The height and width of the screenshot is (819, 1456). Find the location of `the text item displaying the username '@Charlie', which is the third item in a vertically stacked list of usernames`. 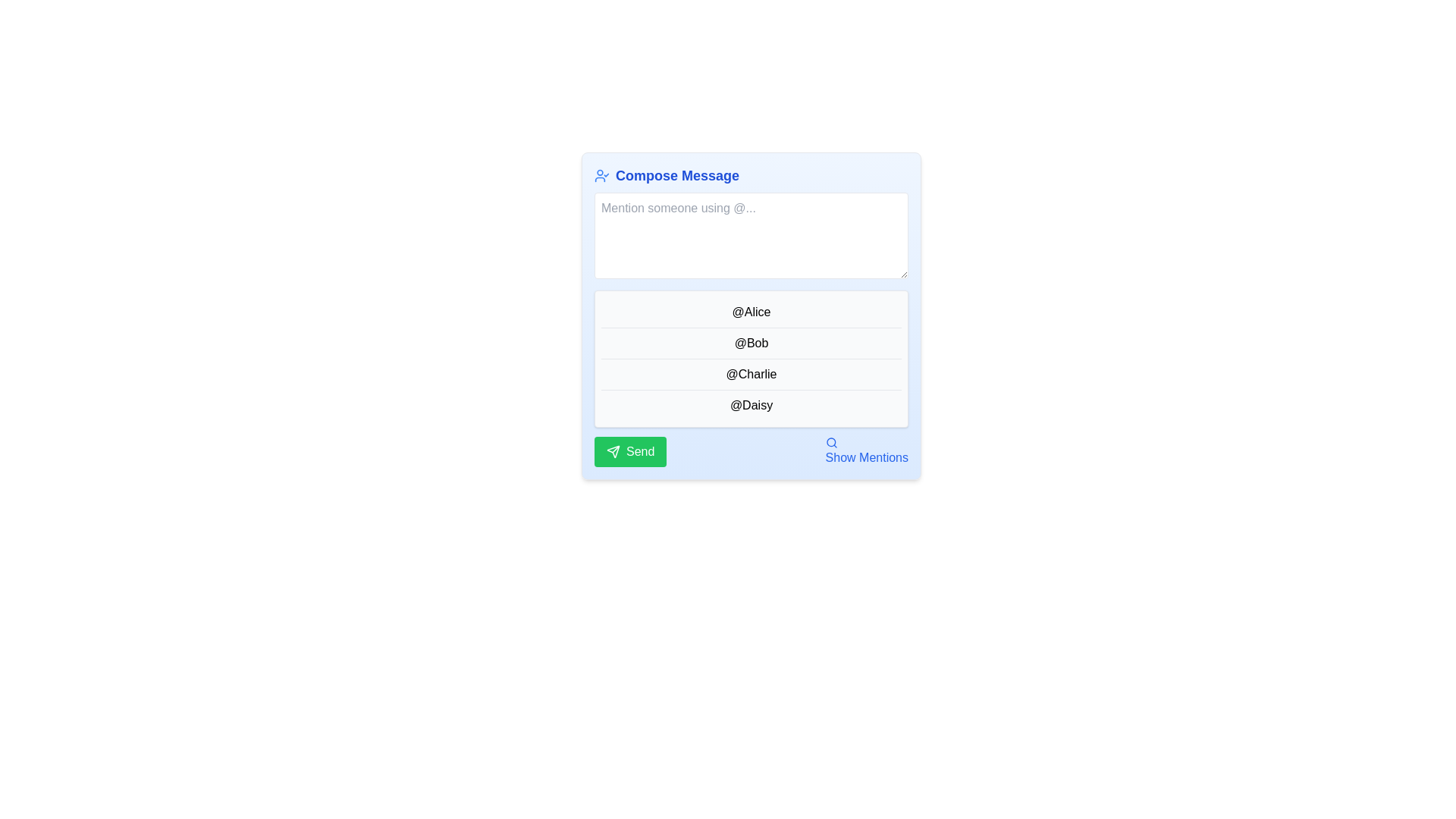

the text item displaying the username '@Charlie', which is the third item in a vertically stacked list of usernames is located at coordinates (751, 374).